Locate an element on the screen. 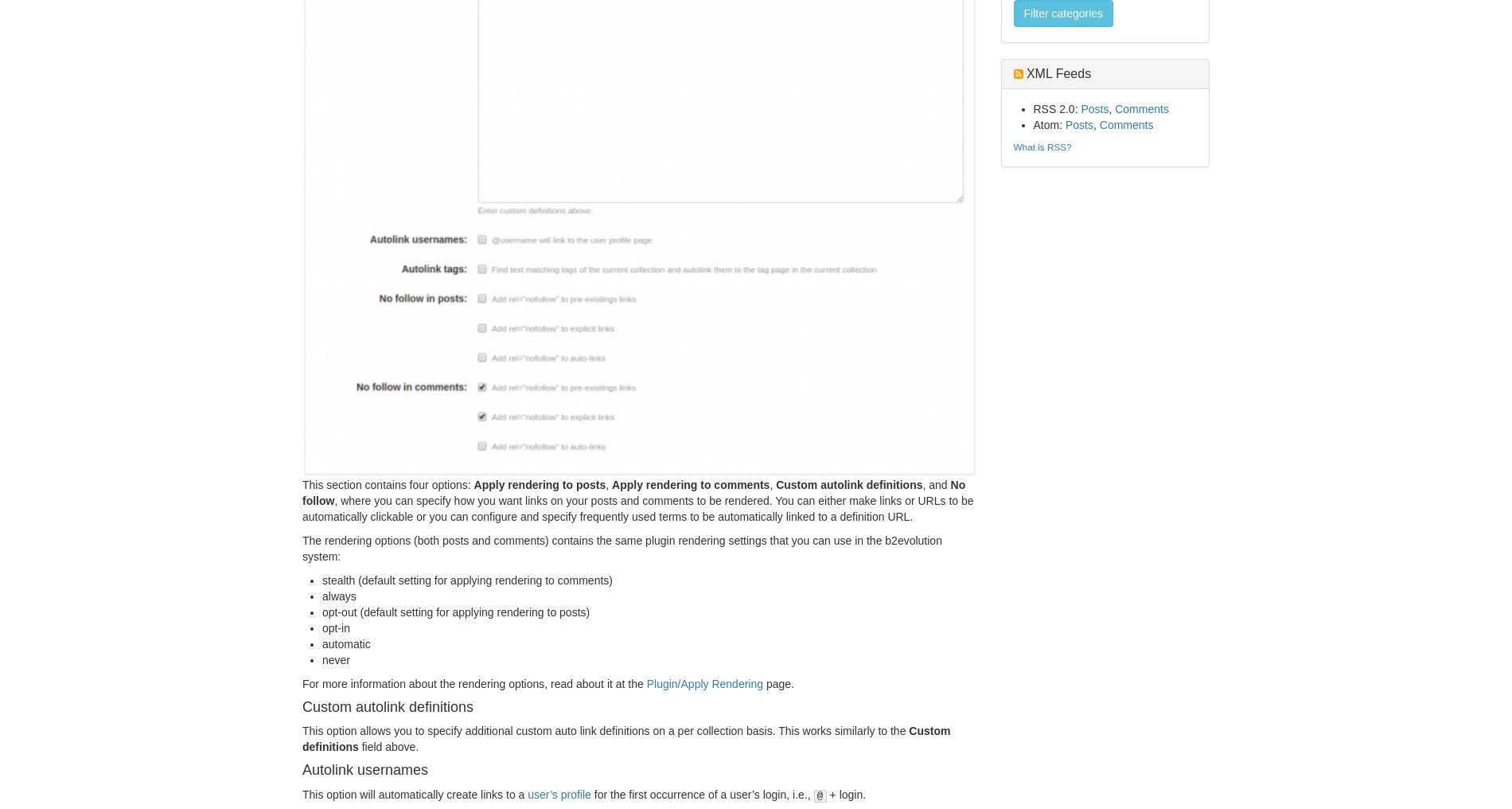 Image resolution: width=1512 pixels, height=809 pixels. 'Autolink usernames' is located at coordinates (302, 770).